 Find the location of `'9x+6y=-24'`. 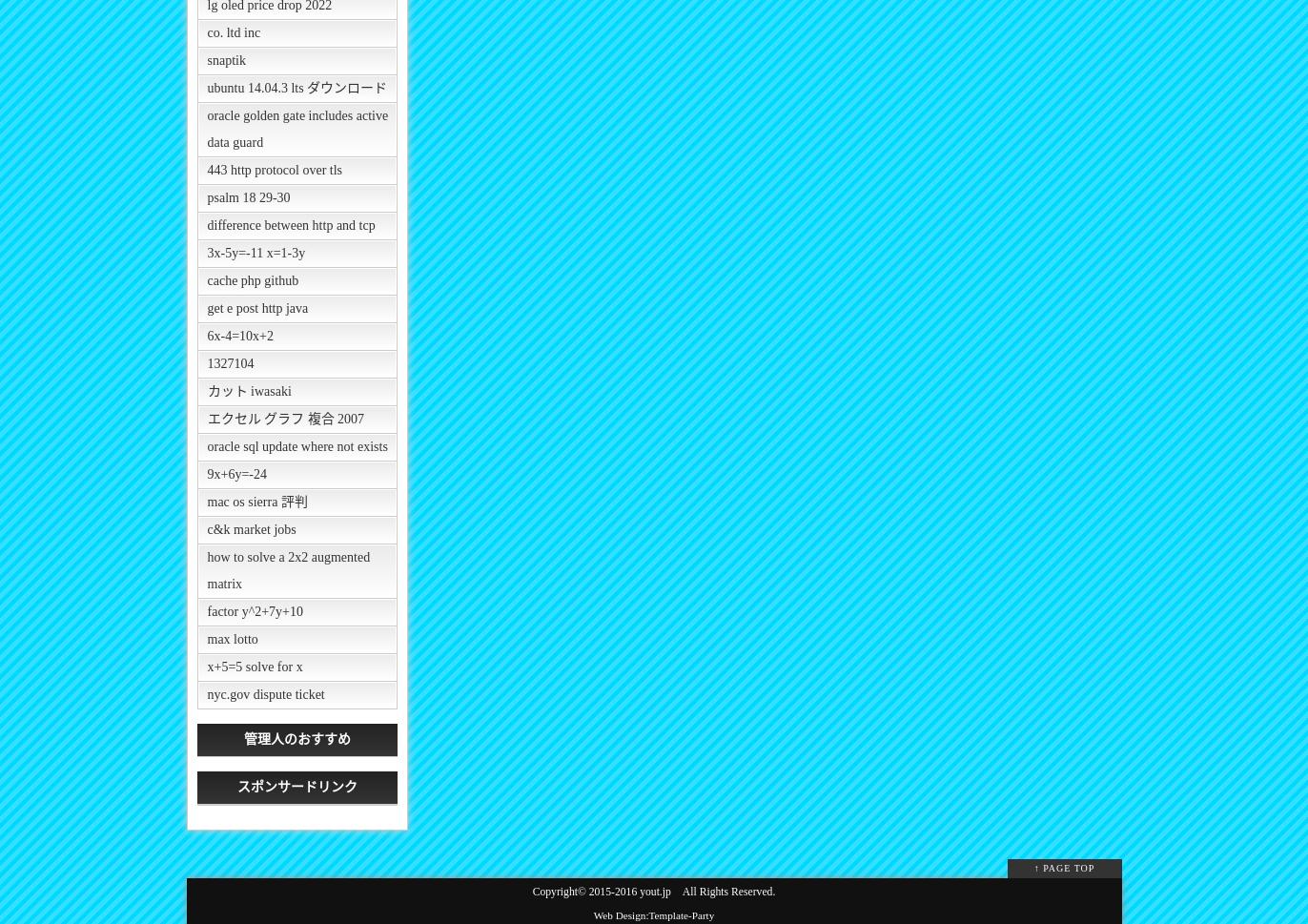

'9x+6y=-24' is located at coordinates (207, 473).